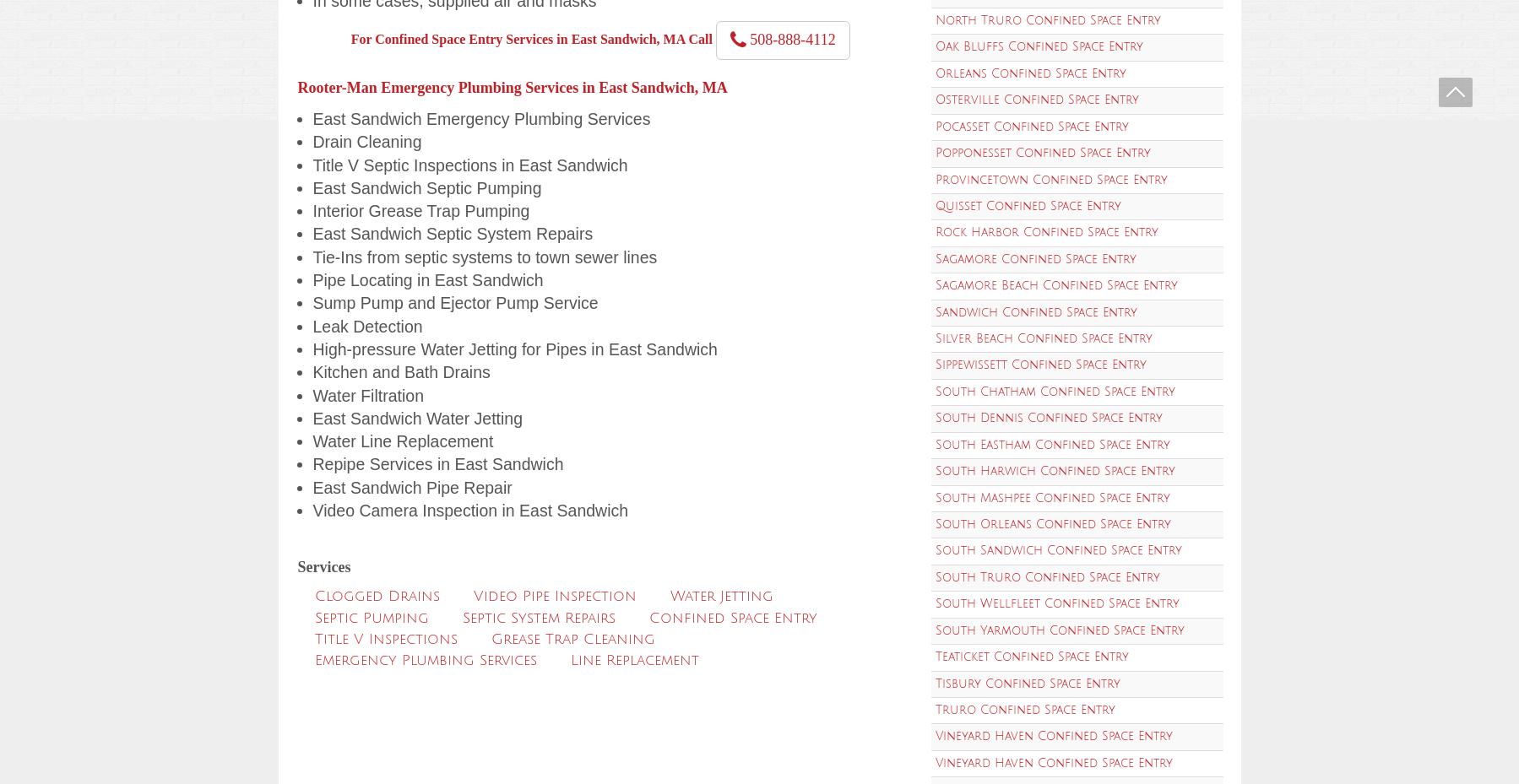  I want to click on 'Truro Confined Space Entry', so click(933, 709).